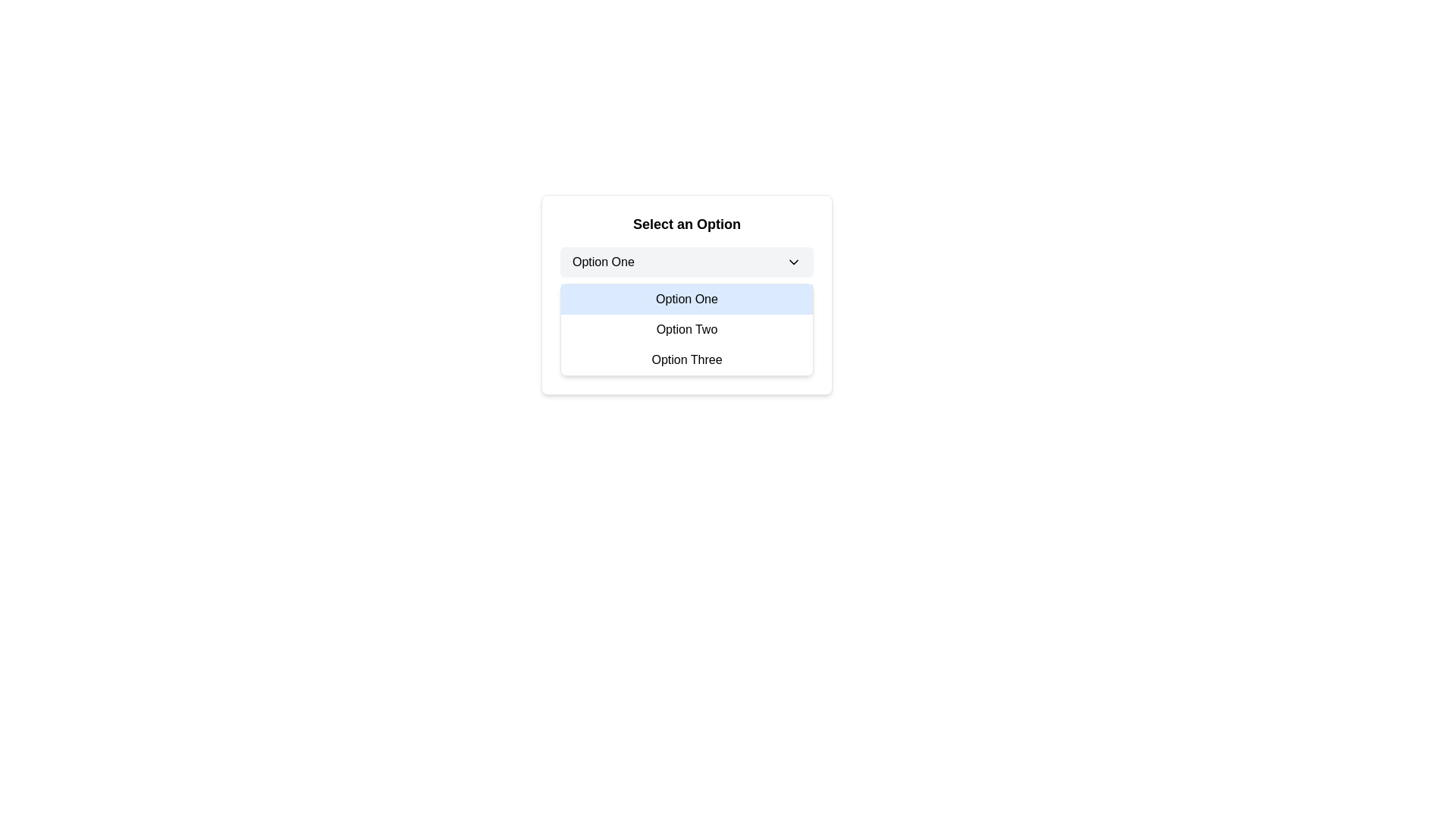 The width and height of the screenshot is (1456, 819). What do you see at coordinates (602, 262) in the screenshot?
I see `the text indicating the currently selected option in the dropdown menu for tooltip or highlight effects` at bounding box center [602, 262].